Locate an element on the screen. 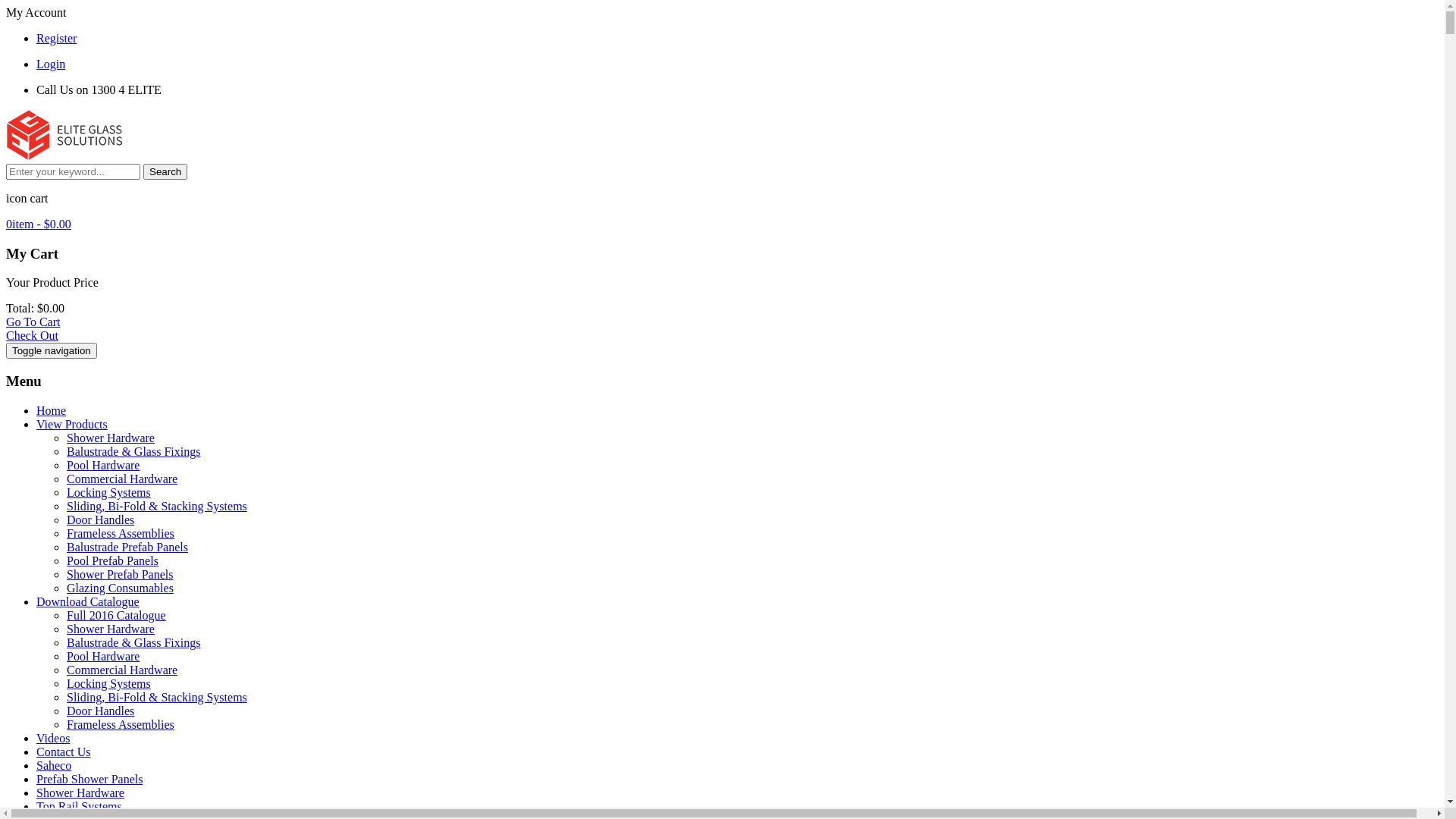  'Locking Systems' is located at coordinates (65, 683).